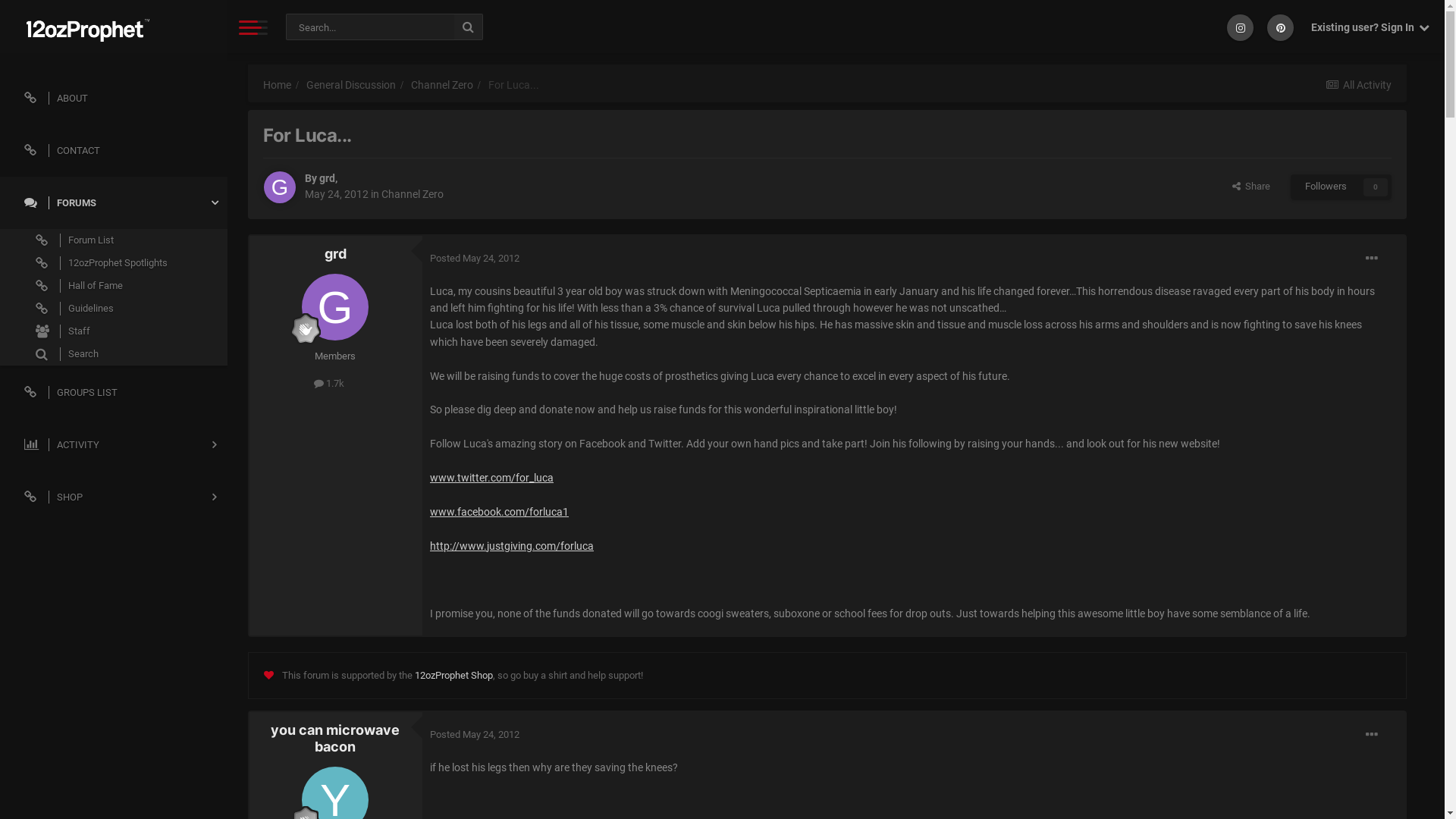 The image size is (1456, 819). What do you see at coordinates (491, 476) in the screenshot?
I see `'www.twitter.com/for_luca'` at bounding box center [491, 476].